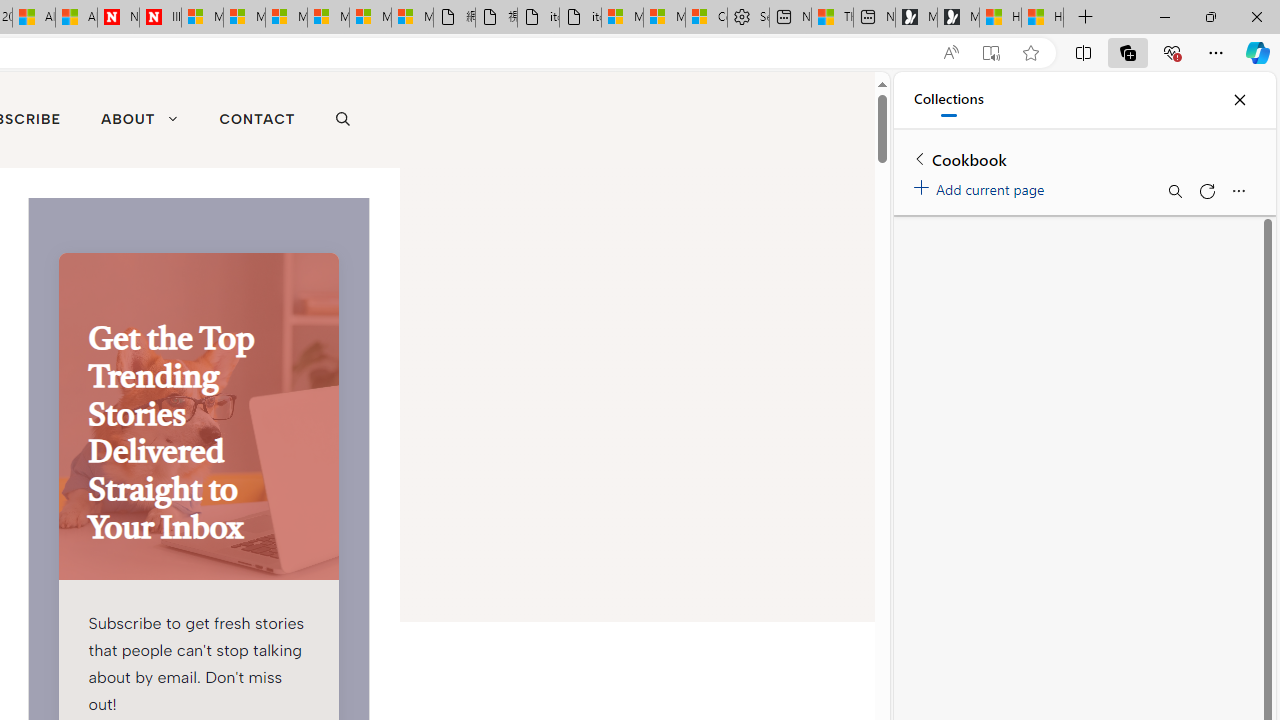 This screenshot has width=1280, height=720. Describe the element at coordinates (706, 17) in the screenshot. I see `'Consumer Health Data Privacy Policy'` at that location.